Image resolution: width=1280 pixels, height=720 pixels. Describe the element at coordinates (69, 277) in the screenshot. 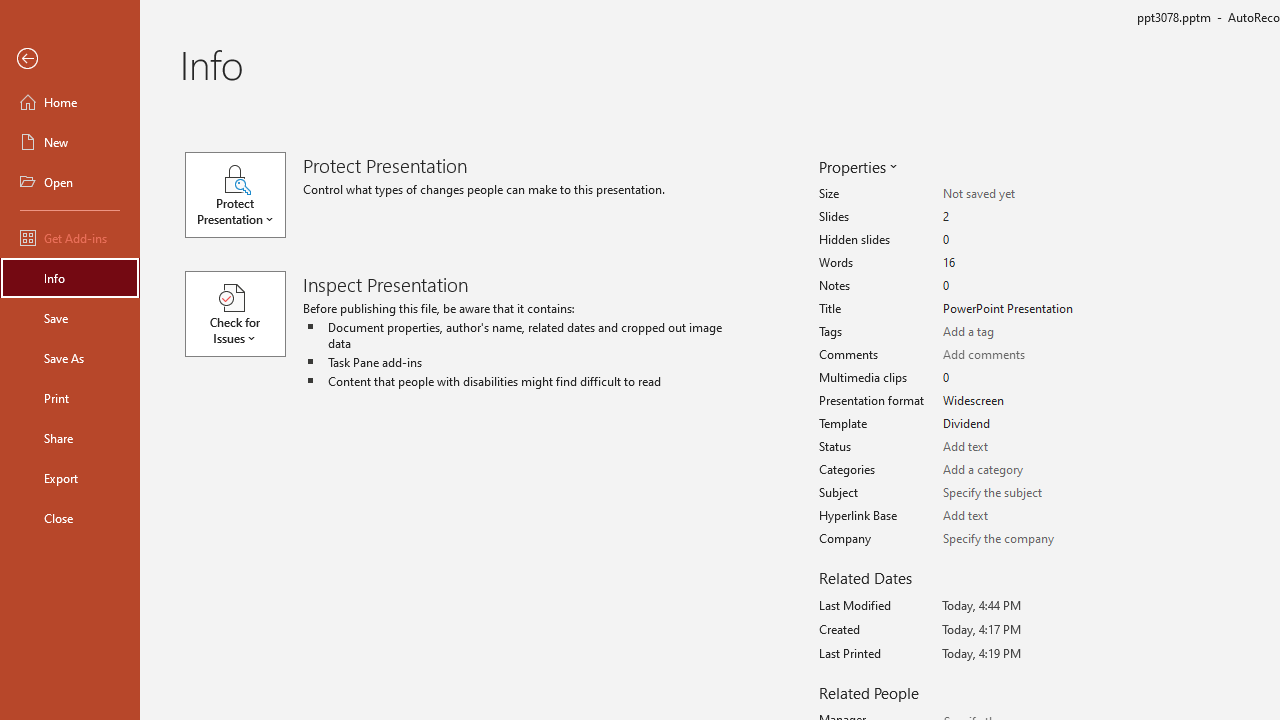

I see `'Info'` at that location.